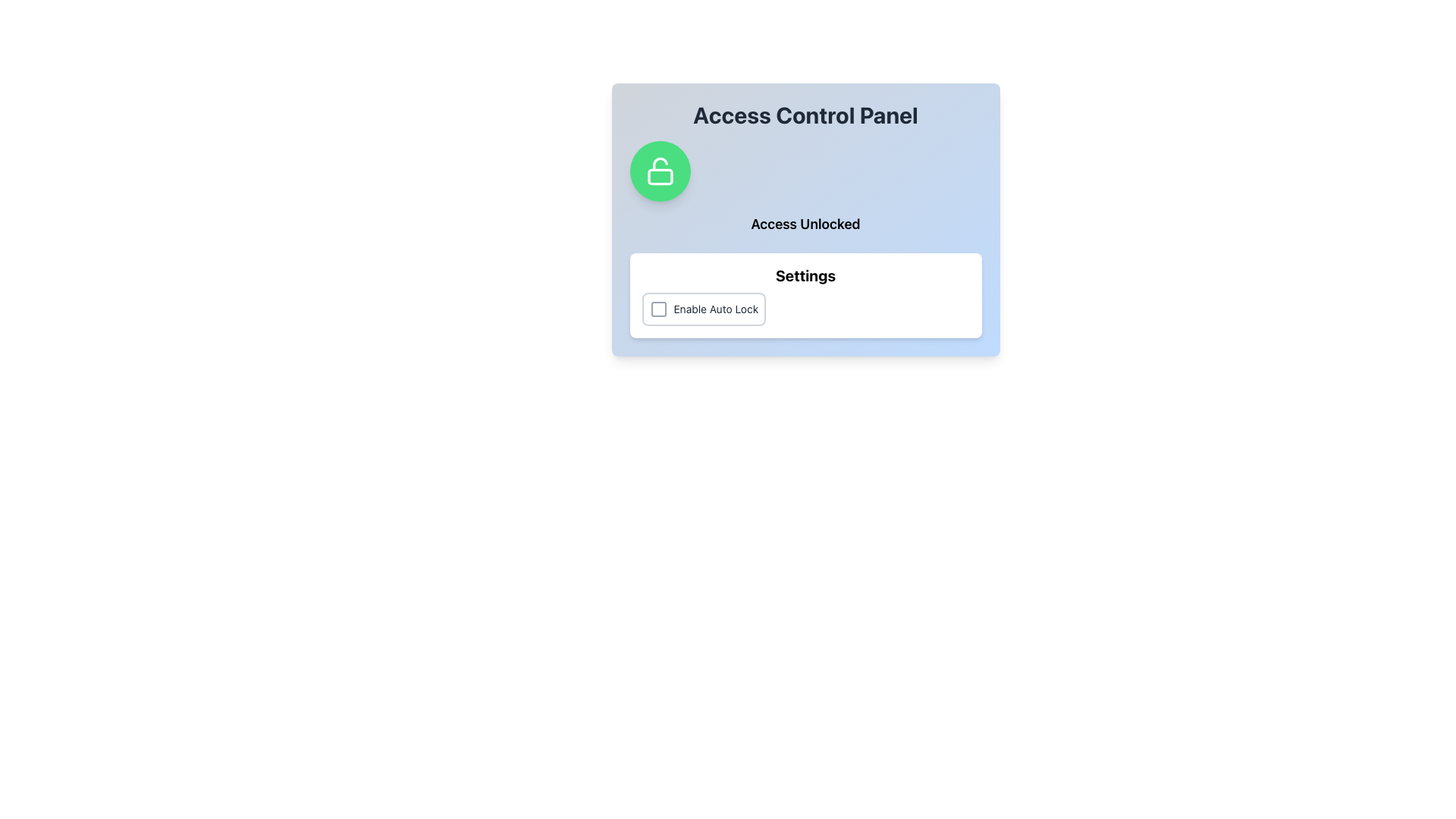 The image size is (1456, 819). I want to click on the toggleable selection icon located at the top-left corner of the 'Enable Auto Lock' section, so click(658, 309).